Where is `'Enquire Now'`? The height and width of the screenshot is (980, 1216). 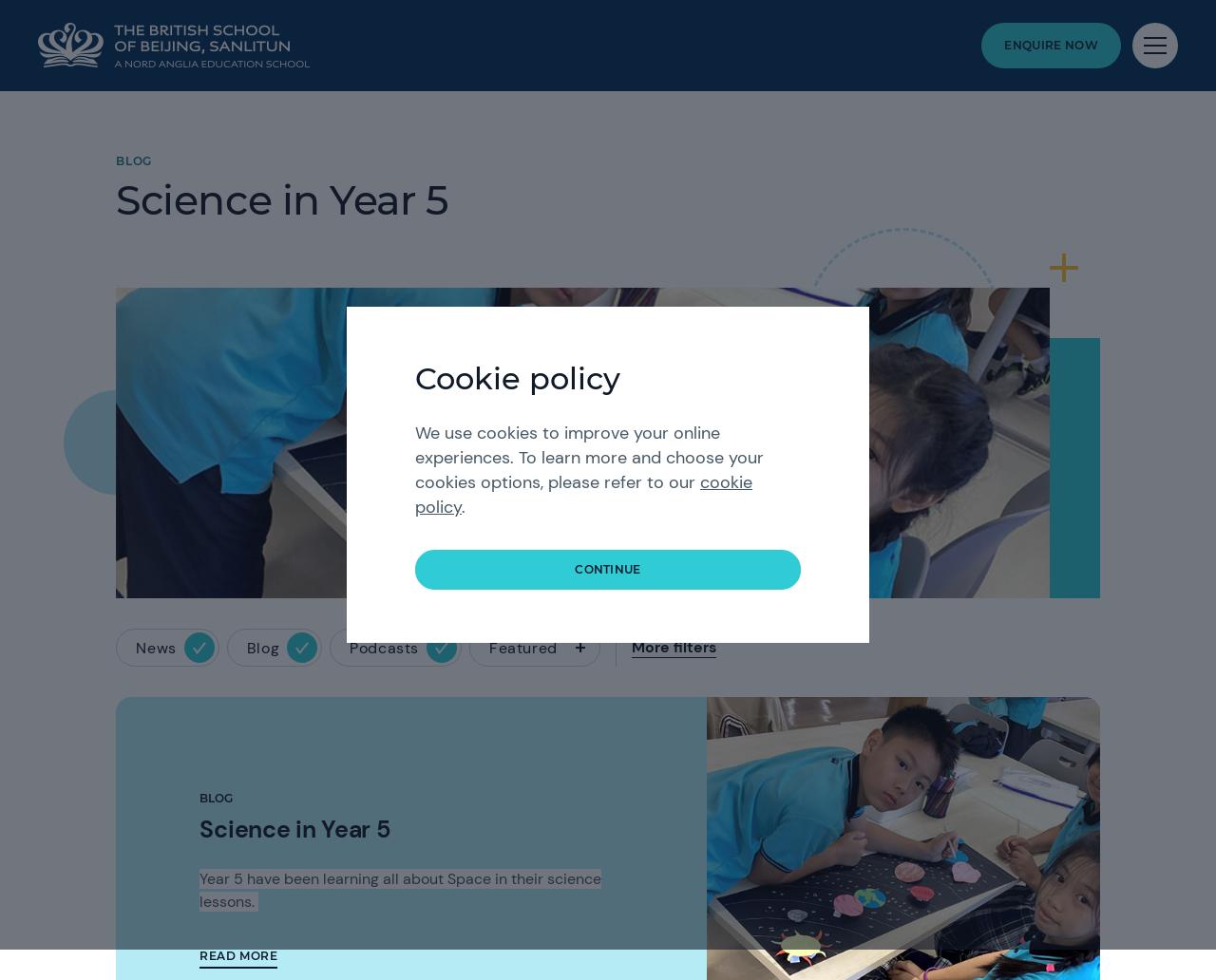 'Enquire Now' is located at coordinates (1003, 45).